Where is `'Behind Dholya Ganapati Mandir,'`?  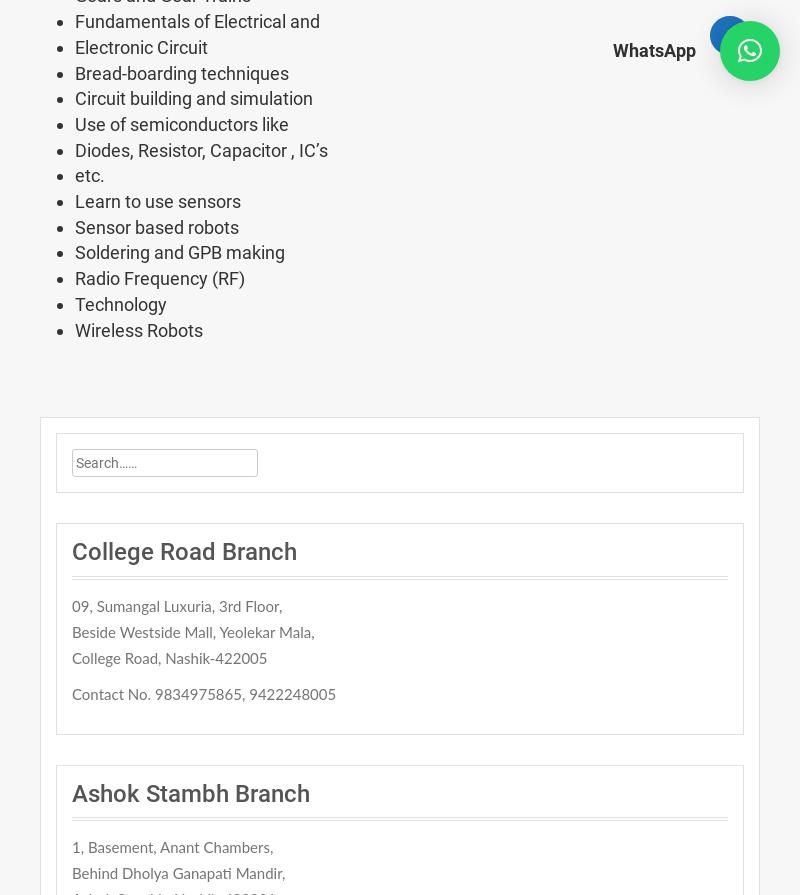
'Behind Dholya Ganapati Mandir,' is located at coordinates (177, 873).